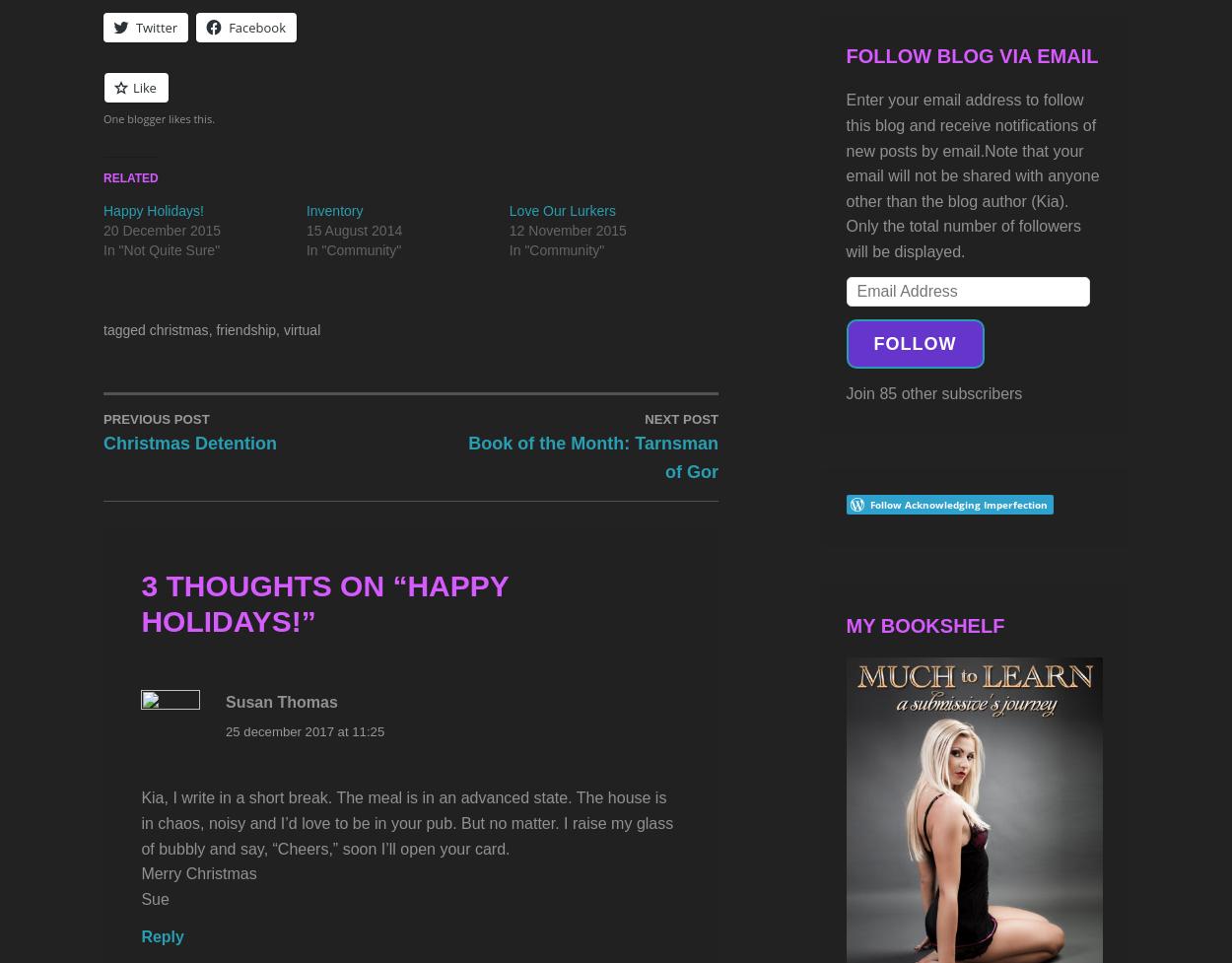 Image resolution: width=1232 pixels, height=963 pixels. Describe the element at coordinates (141, 584) in the screenshot. I see `'3 thoughts on “'` at that location.